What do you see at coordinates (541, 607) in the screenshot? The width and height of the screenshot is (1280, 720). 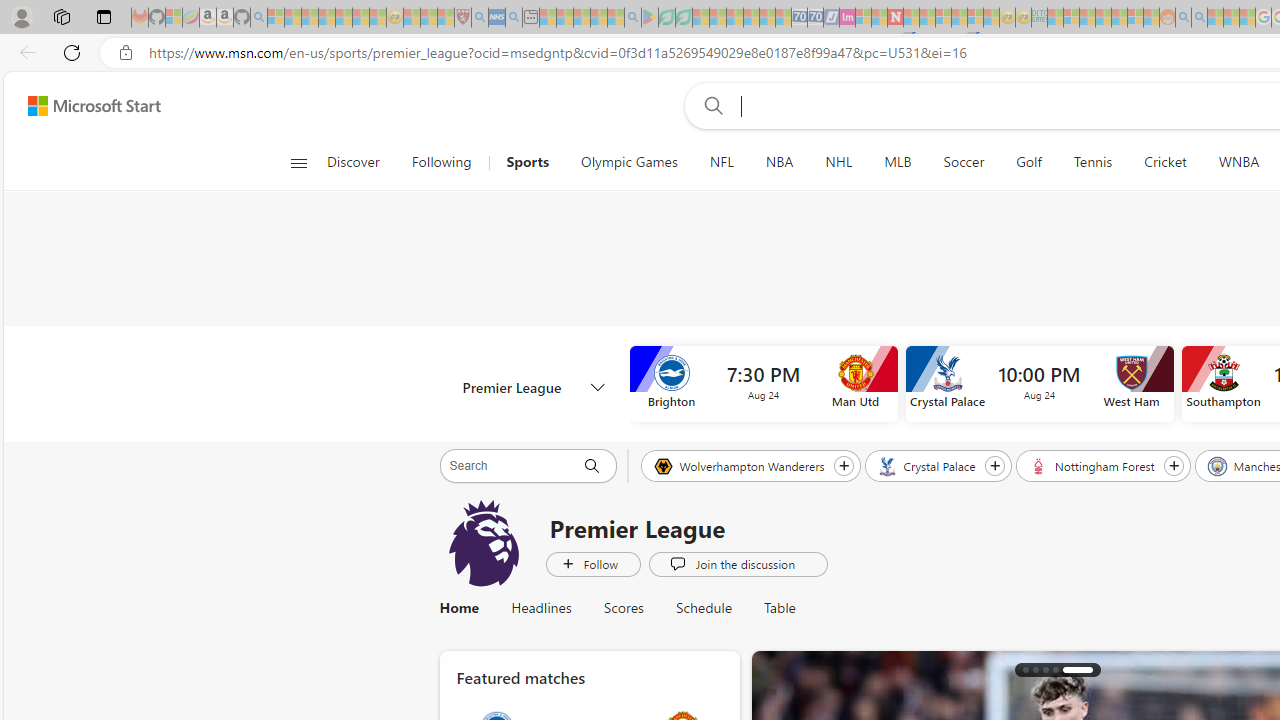 I see `'Headlines'` at bounding box center [541, 607].